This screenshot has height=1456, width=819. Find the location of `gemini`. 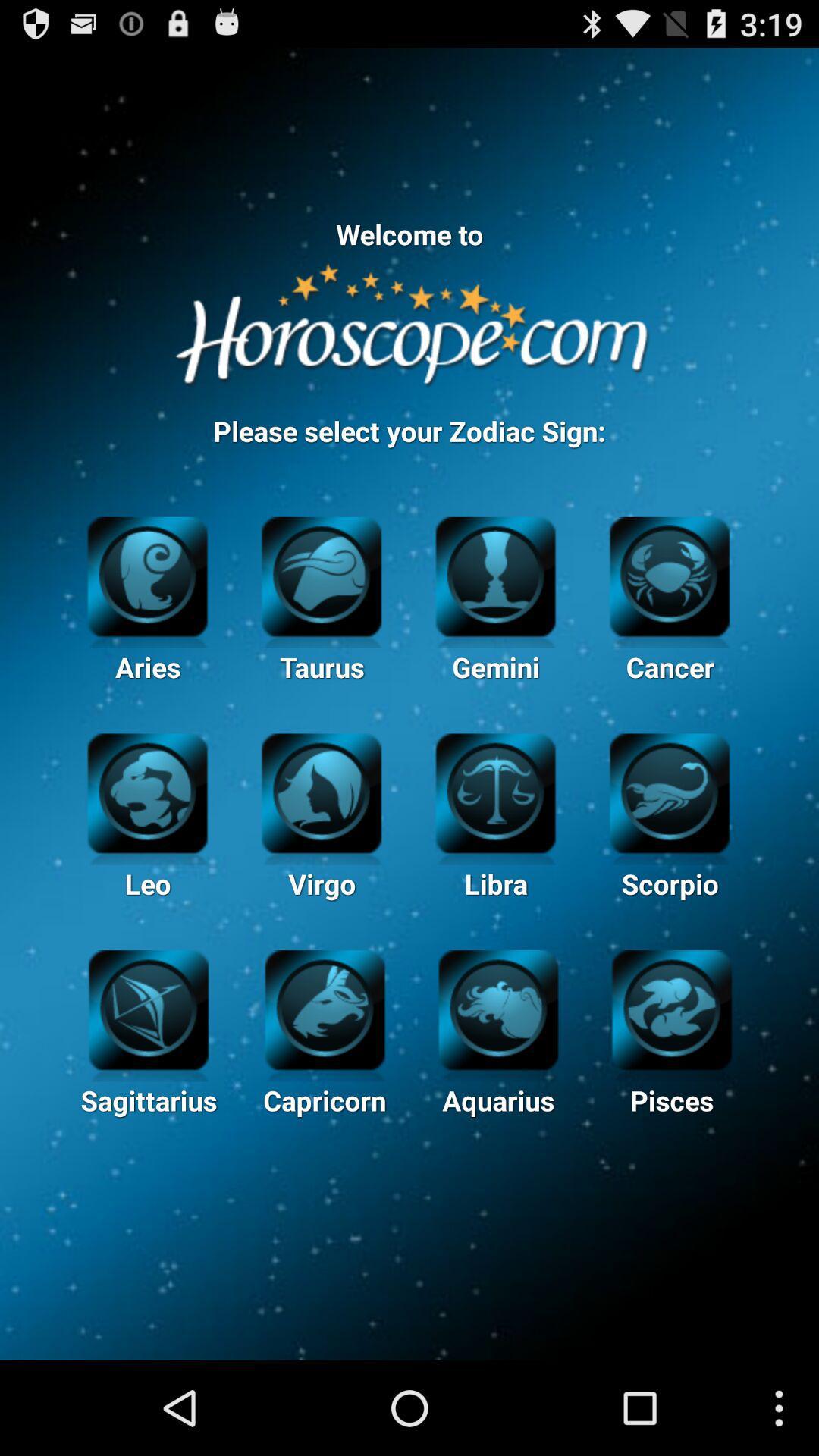

gemini is located at coordinates (495, 573).